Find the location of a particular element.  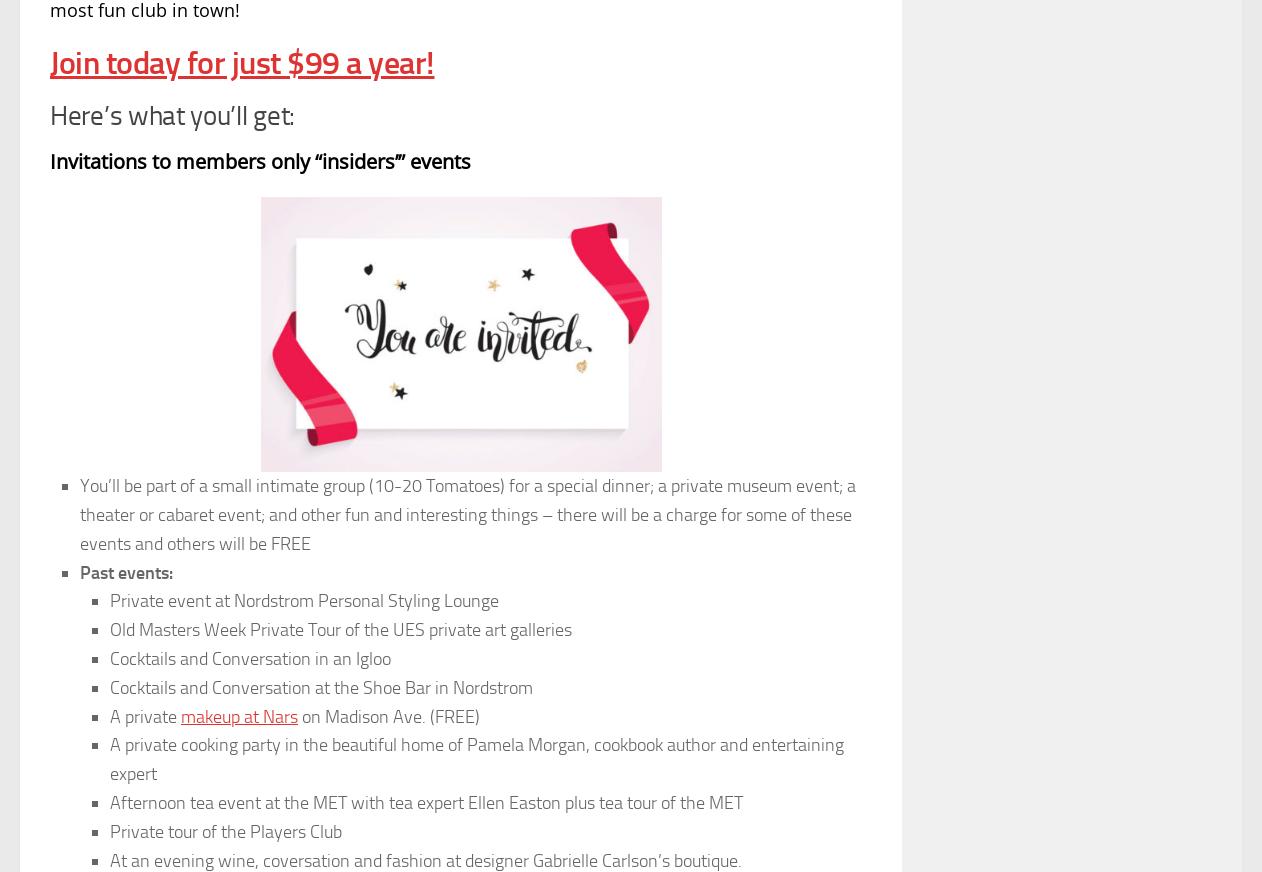

'Here’s what you’ll get:' is located at coordinates (171, 115).